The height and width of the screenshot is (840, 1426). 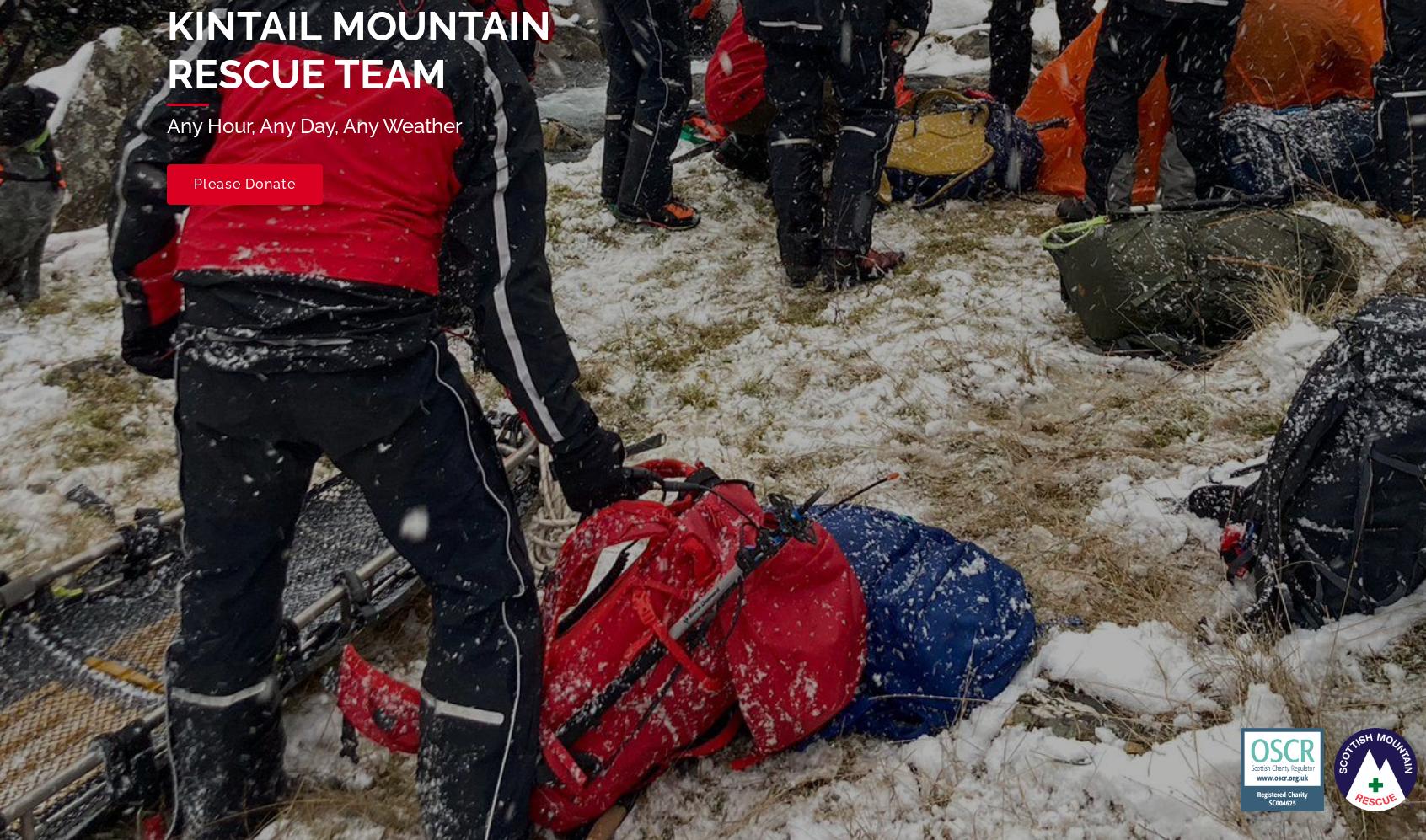 What do you see at coordinates (333, 581) in the screenshot?
I see `'SC004625'` at bounding box center [333, 581].